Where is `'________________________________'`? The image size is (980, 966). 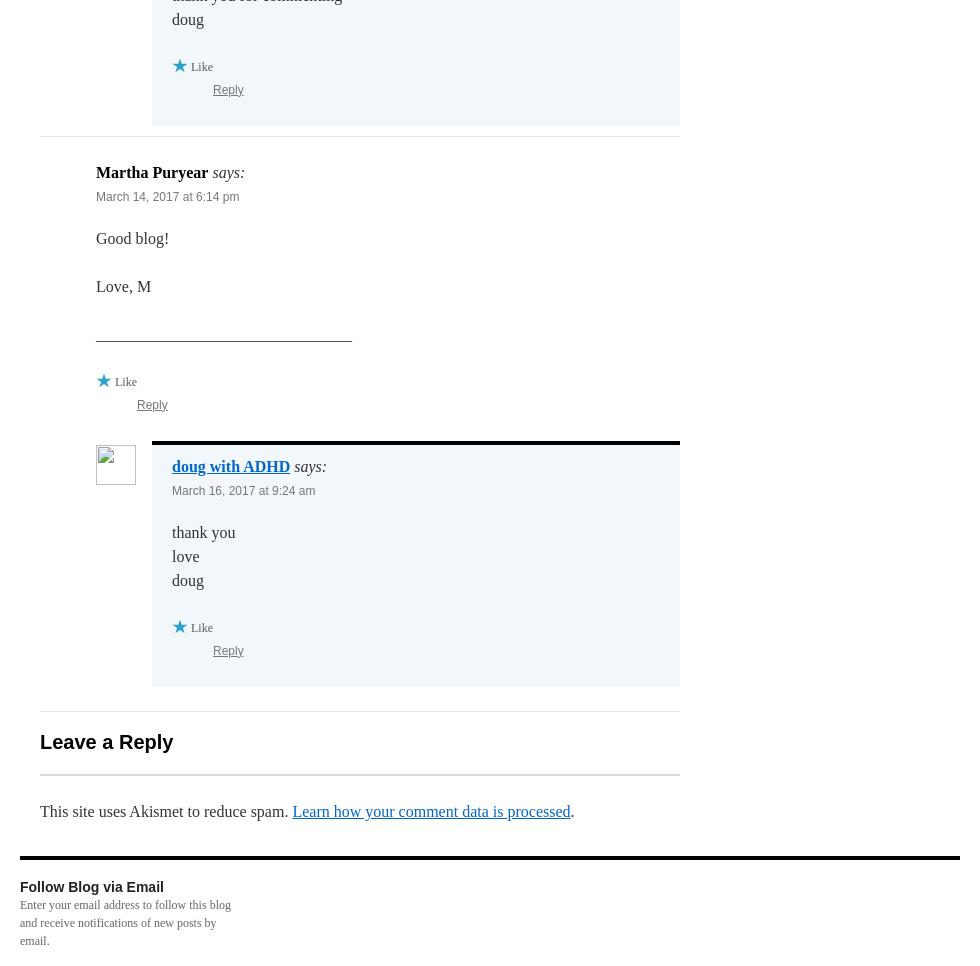
'________________________________' is located at coordinates (224, 333).